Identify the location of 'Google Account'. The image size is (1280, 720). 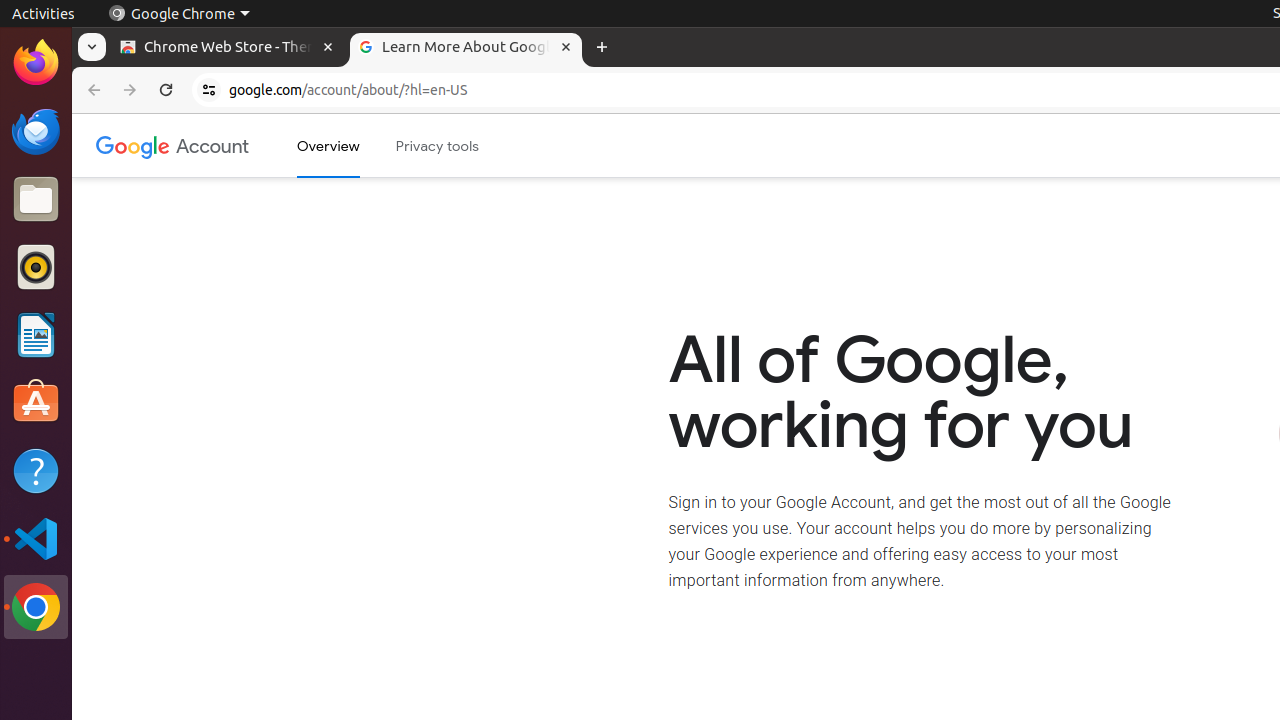
(212, 145).